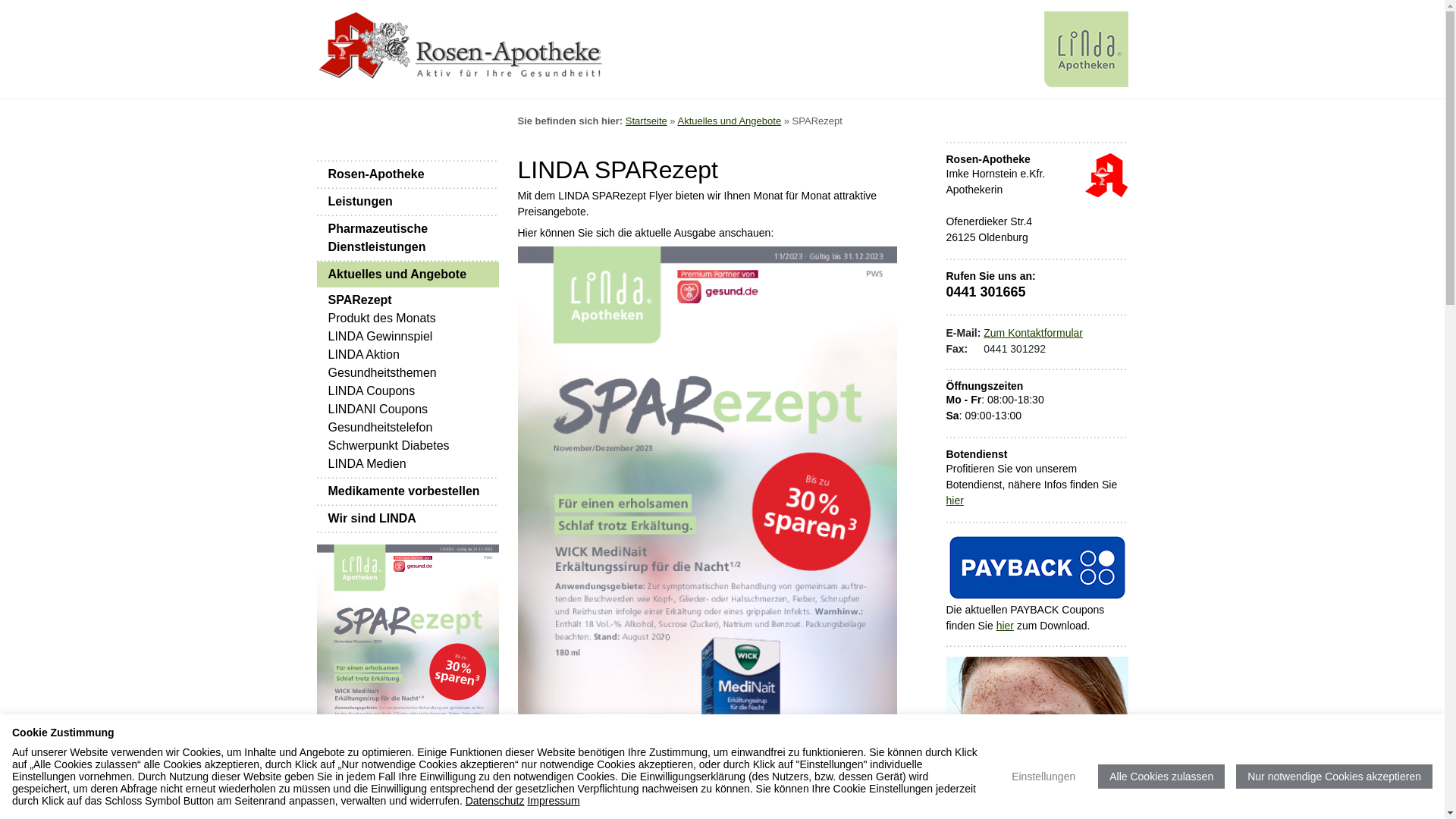  What do you see at coordinates (381, 317) in the screenshot?
I see `'Produkt des Monats'` at bounding box center [381, 317].